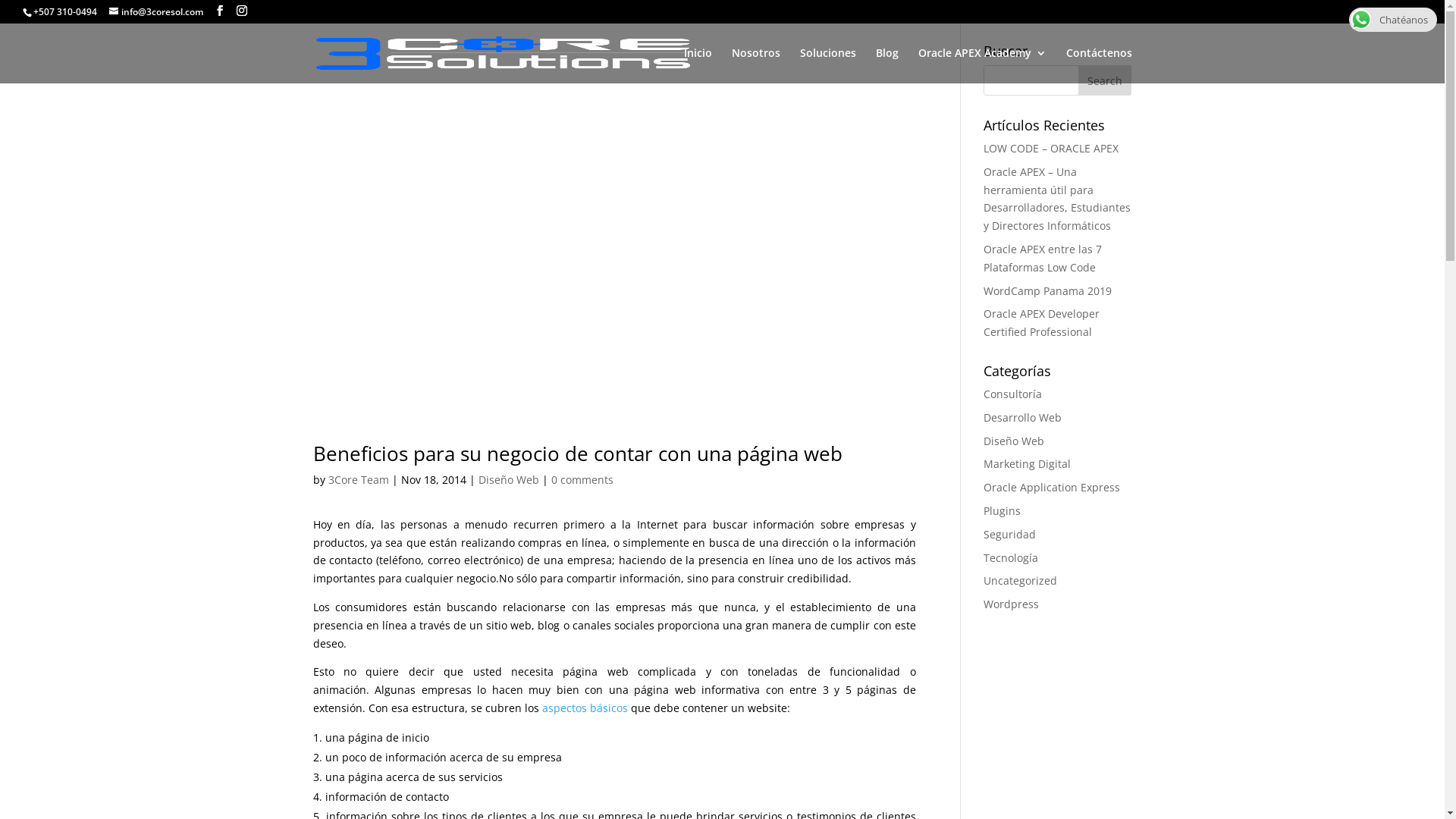 The width and height of the screenshot is (1456, 819). I want to click on 'Soluciones', so click(799, 64).